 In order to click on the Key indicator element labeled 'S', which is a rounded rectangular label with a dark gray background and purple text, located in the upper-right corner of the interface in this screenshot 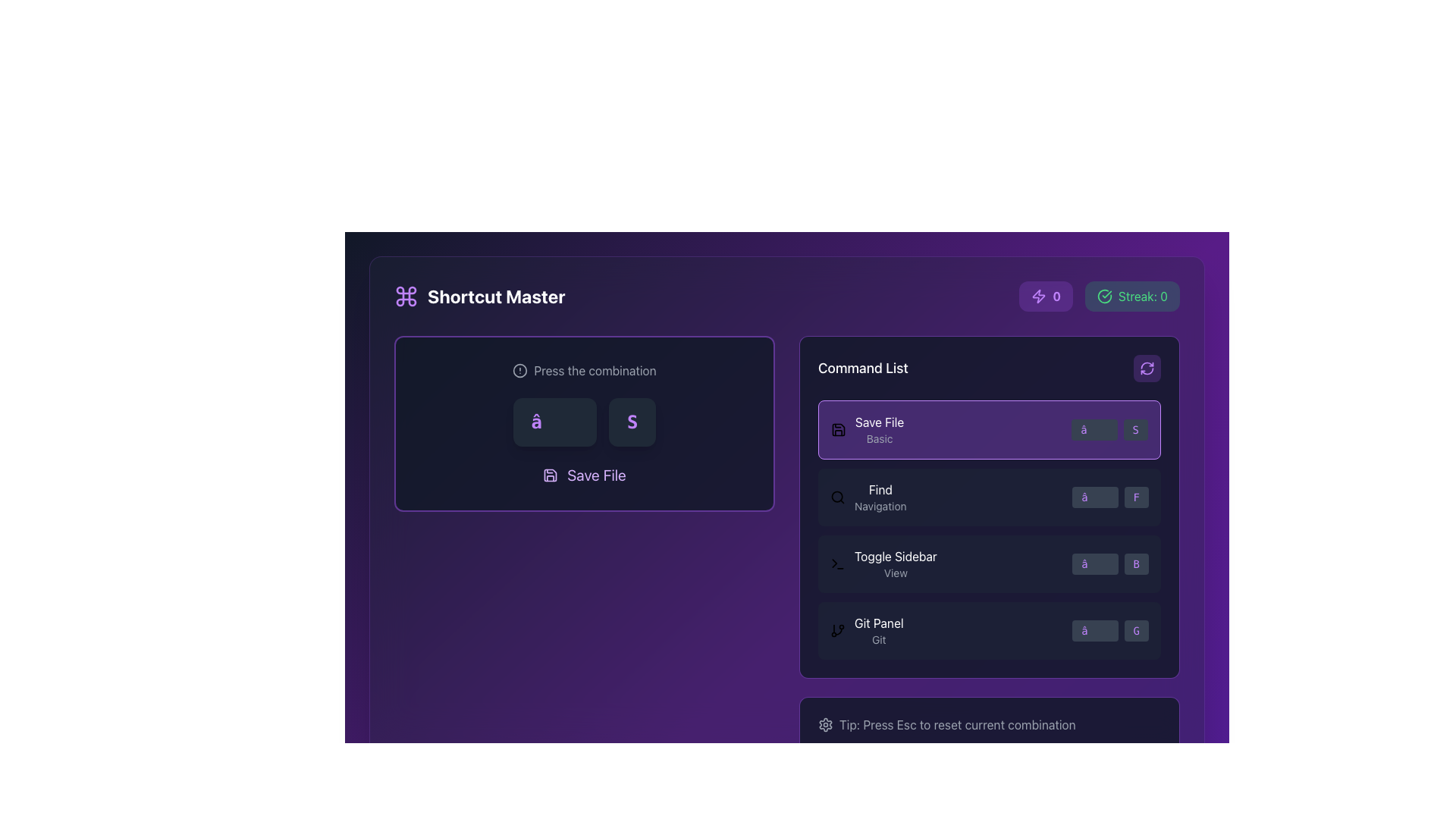, I will do `click(1135, 430)`.